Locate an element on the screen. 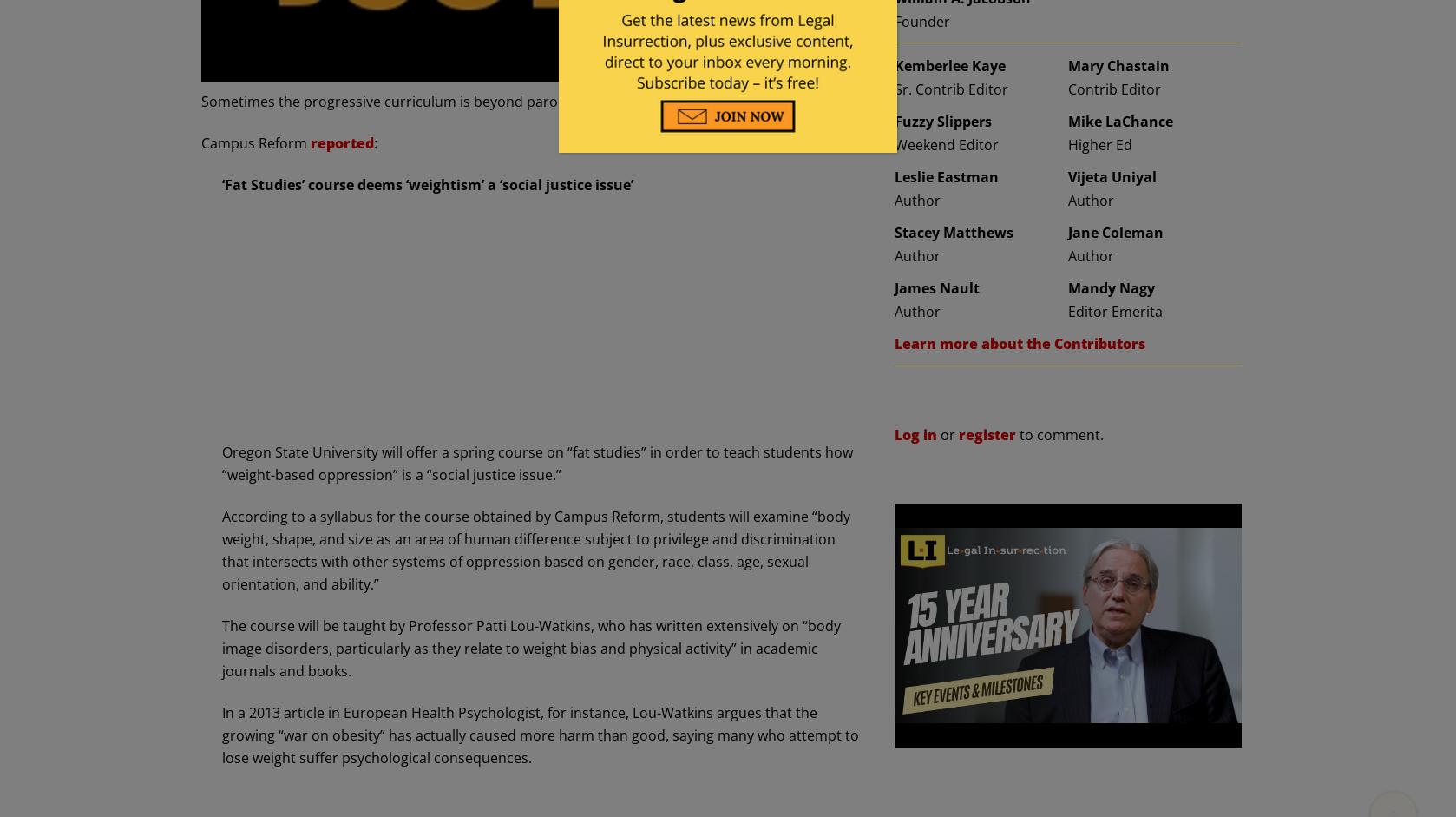 This screenshot has width=1456, height=817. 'Sometimes the progressive curriculum is beyond parody. This is an apt example of that.' is located at coordinates (200, 101).